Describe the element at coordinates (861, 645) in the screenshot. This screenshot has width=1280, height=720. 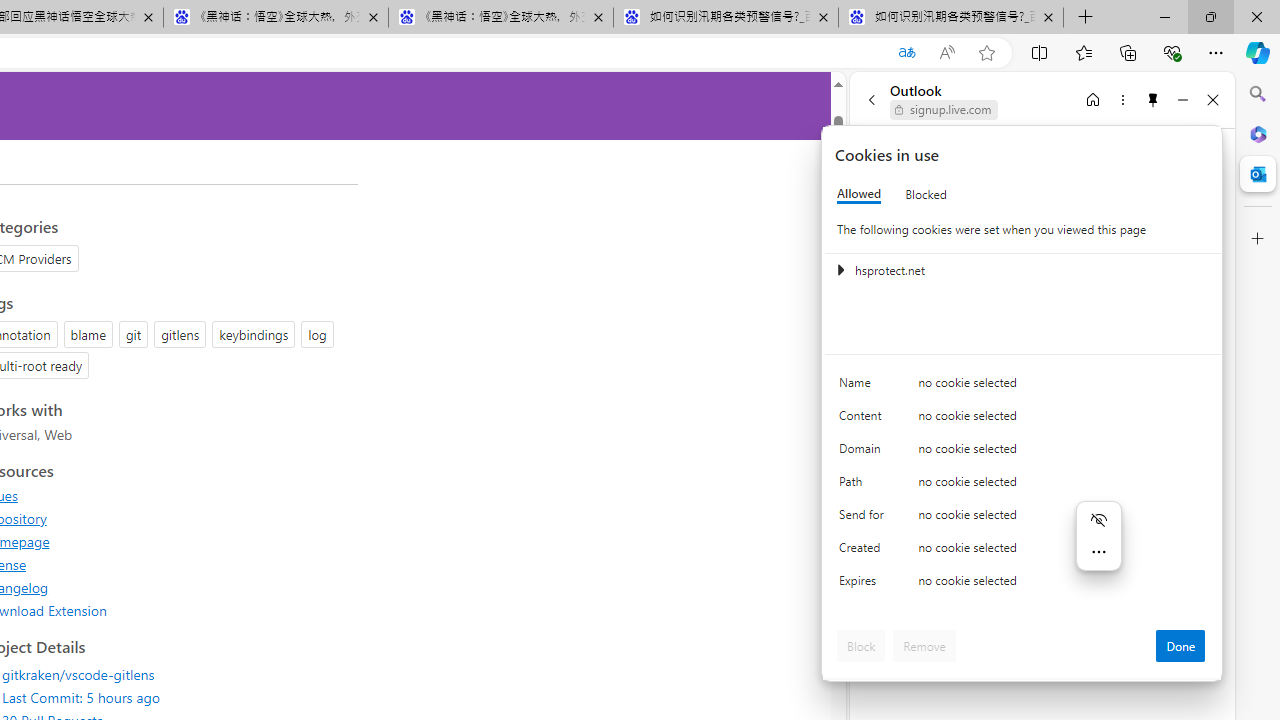
I see `'Block'` at that location.